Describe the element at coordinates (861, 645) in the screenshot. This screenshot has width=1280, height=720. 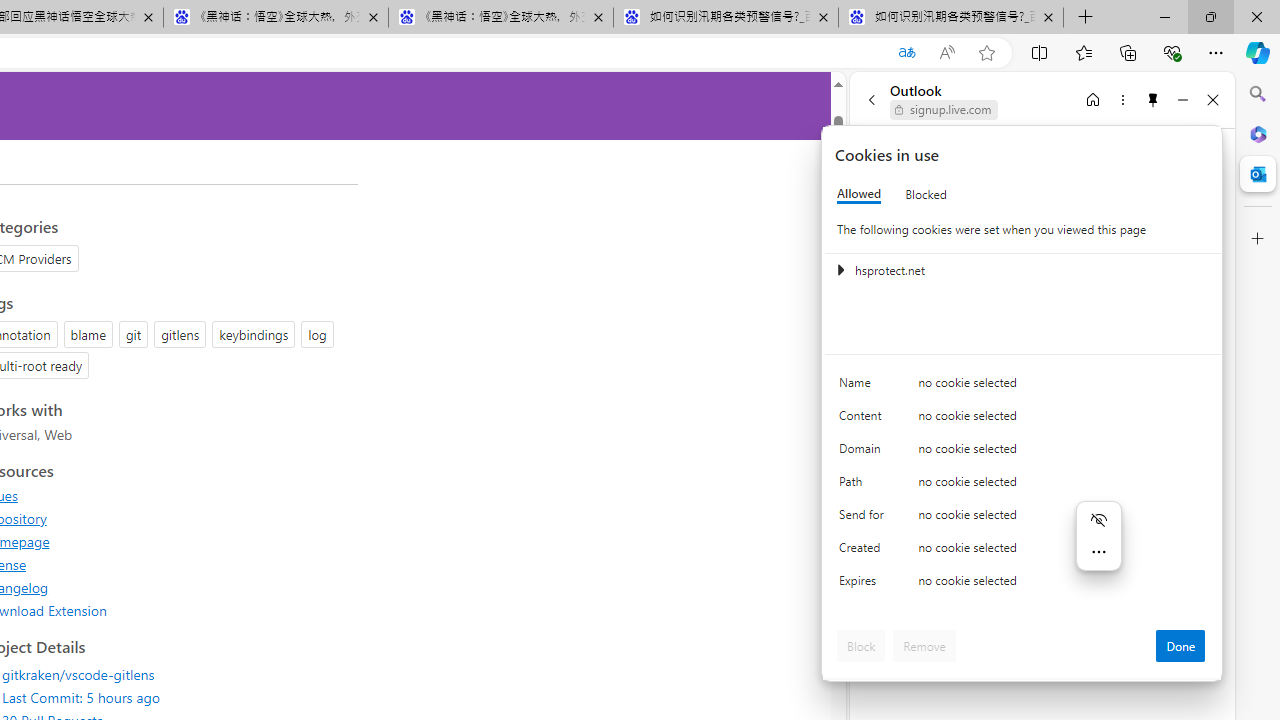
I see `'Block'` at that location.